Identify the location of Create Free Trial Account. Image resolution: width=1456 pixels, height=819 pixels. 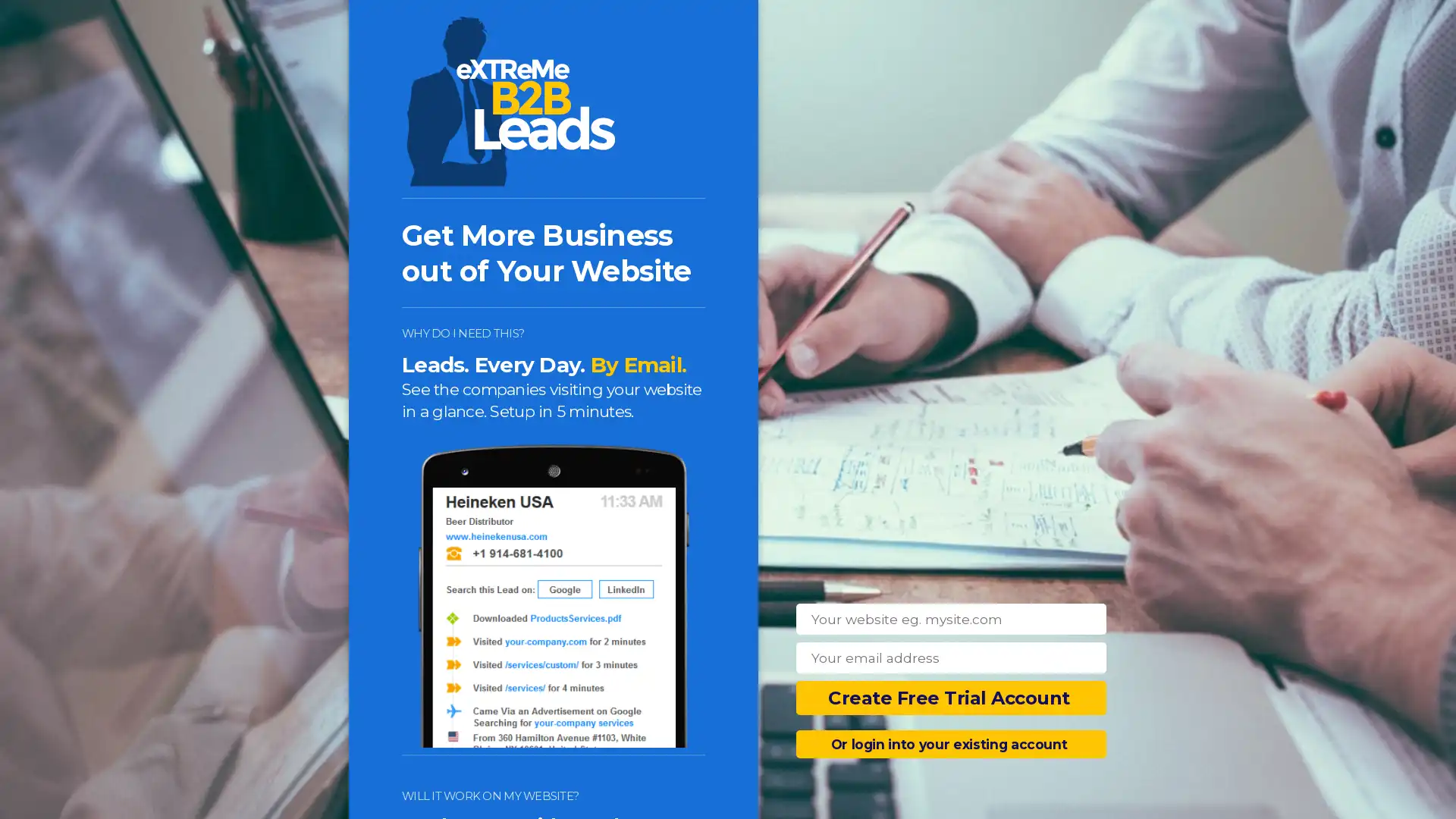
(950, 698).